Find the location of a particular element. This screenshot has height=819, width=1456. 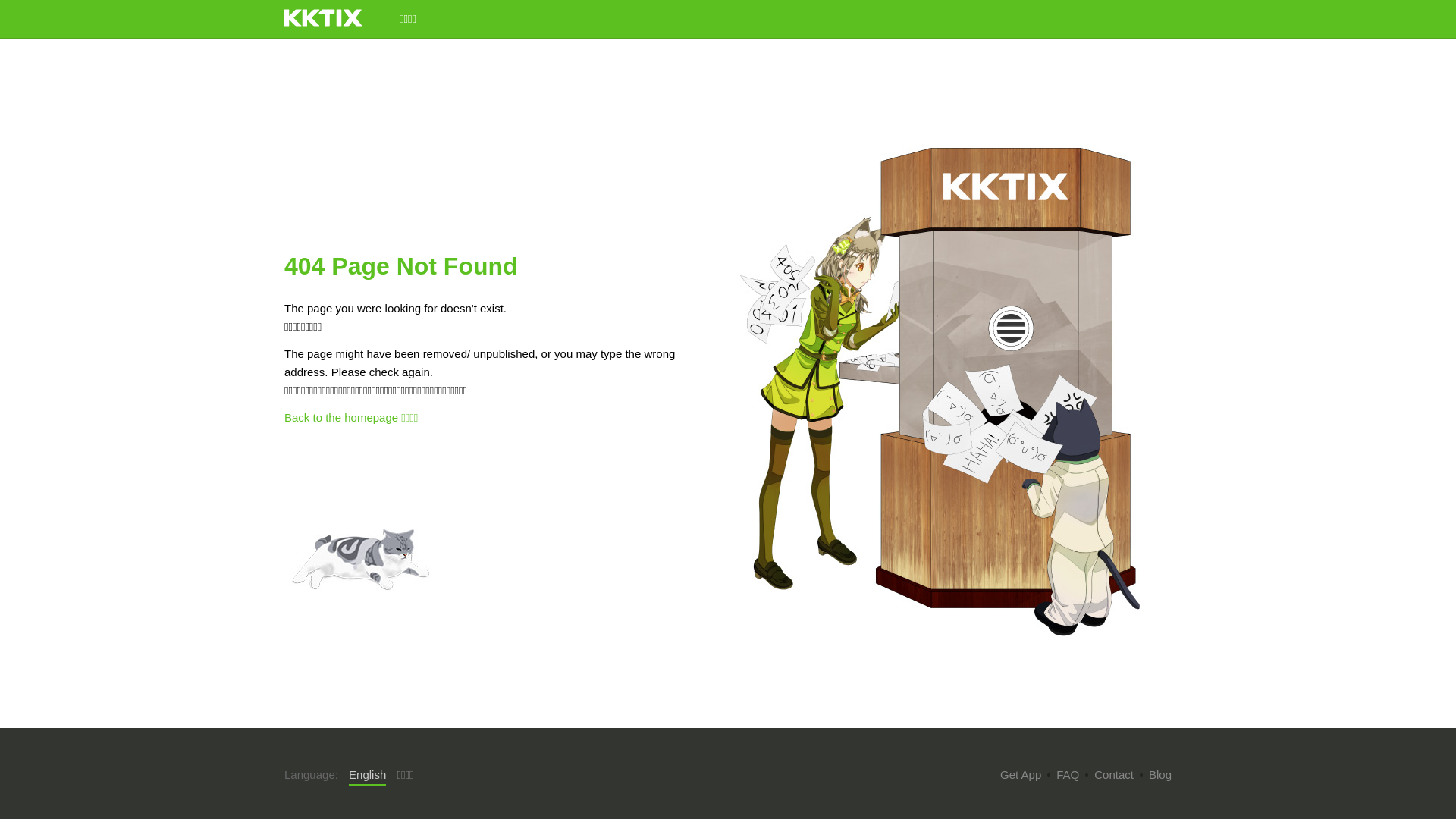

'FAQ' is located at coordinates (1055, 774).